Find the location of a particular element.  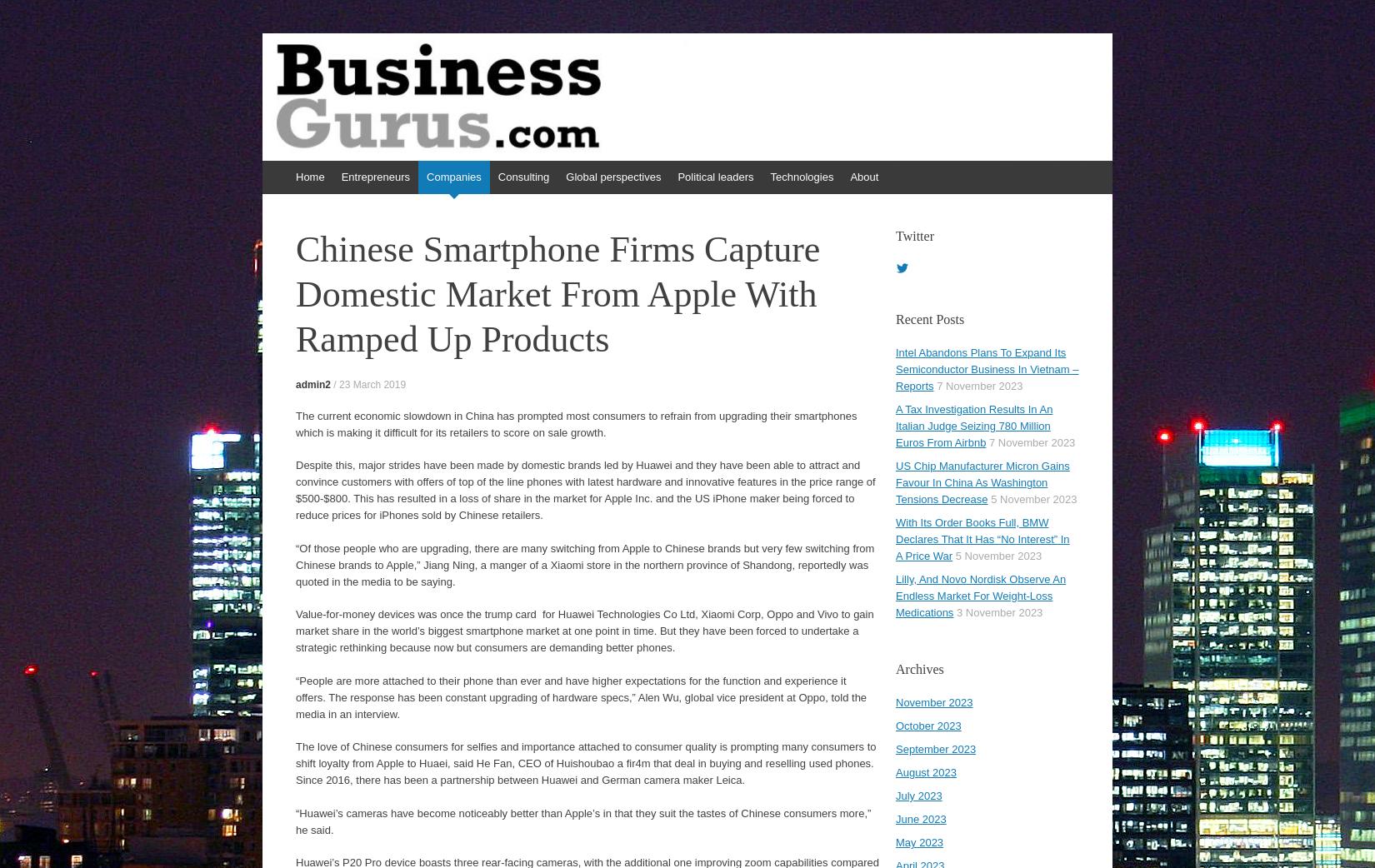

'Recent Posts' is located at coordinates (930, 318).